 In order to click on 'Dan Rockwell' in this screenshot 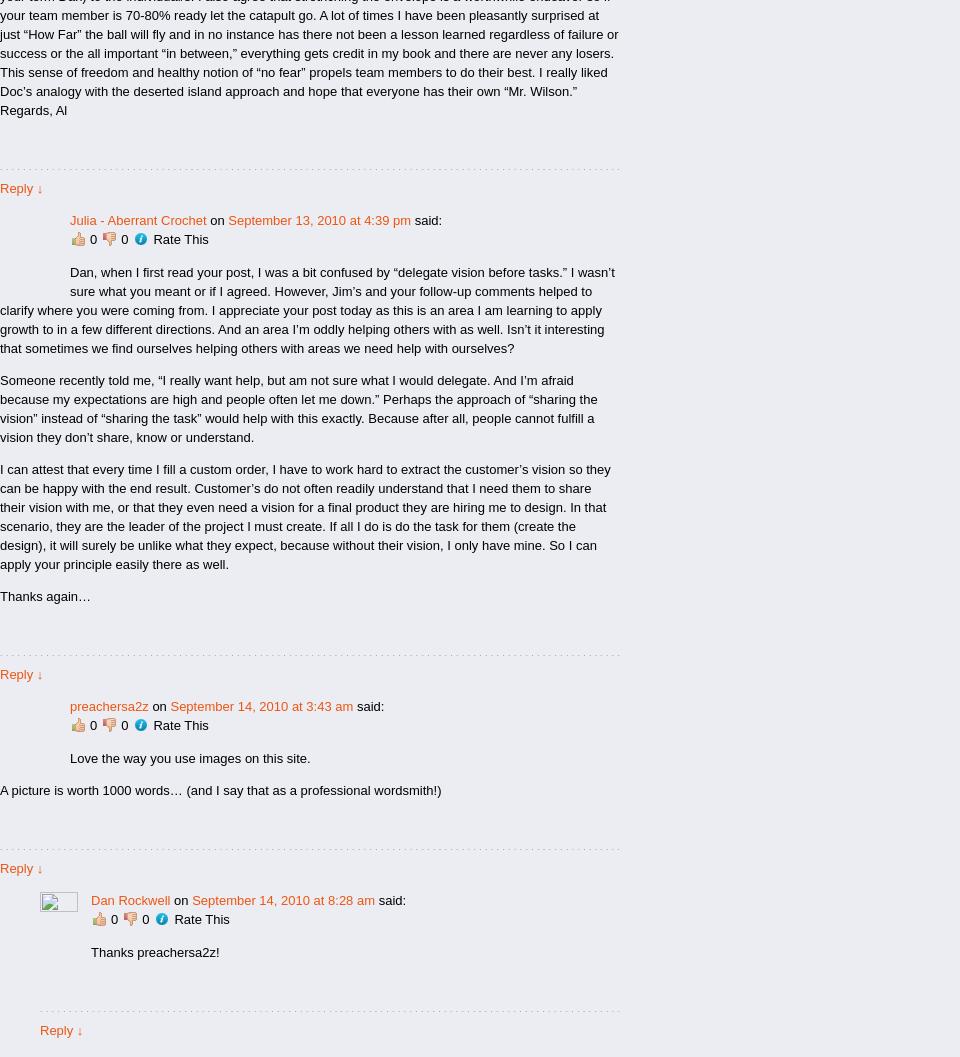, I will do `click(129, 899)`.